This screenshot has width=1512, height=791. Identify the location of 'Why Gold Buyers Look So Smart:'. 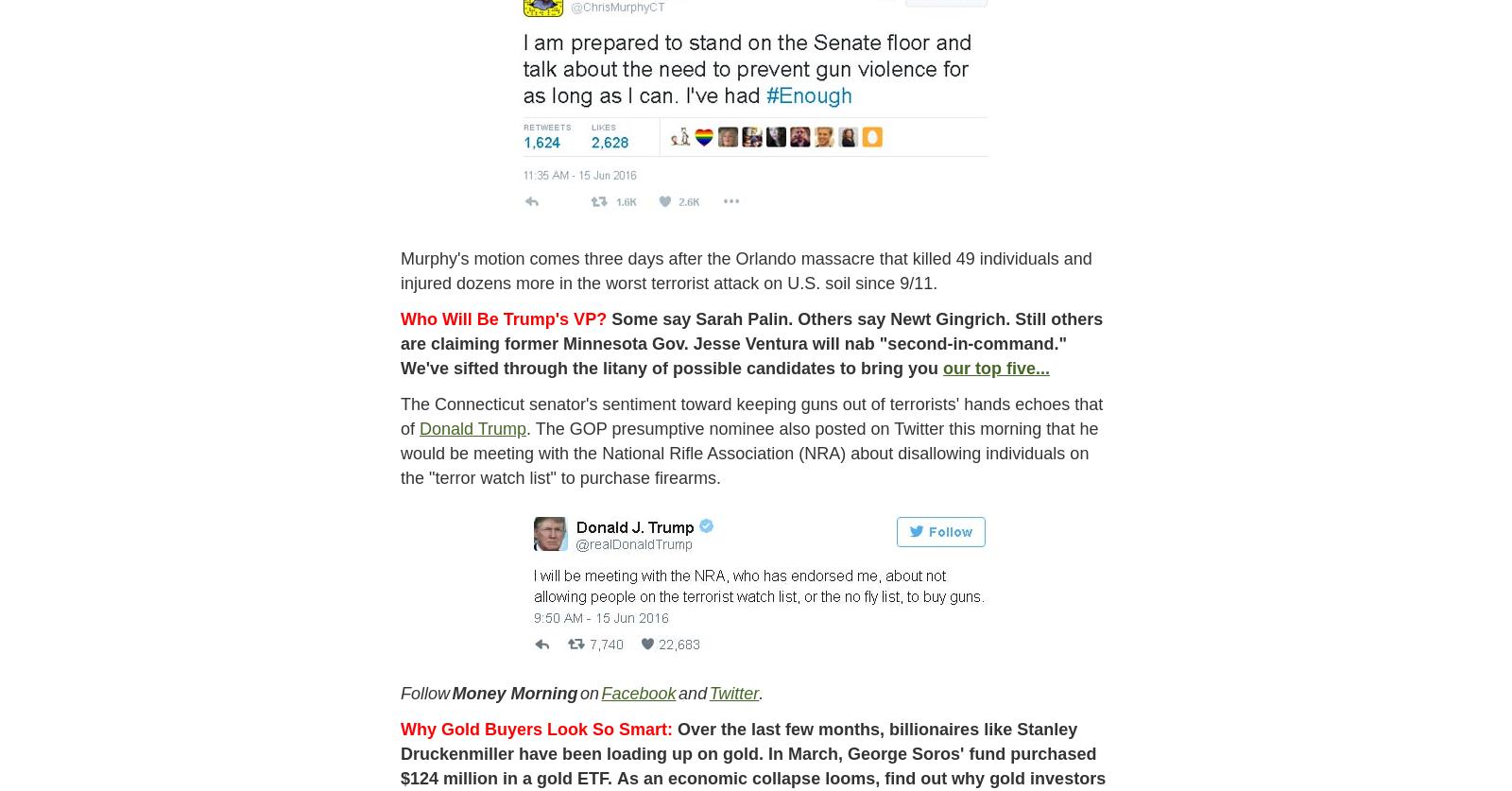
(536, 727).